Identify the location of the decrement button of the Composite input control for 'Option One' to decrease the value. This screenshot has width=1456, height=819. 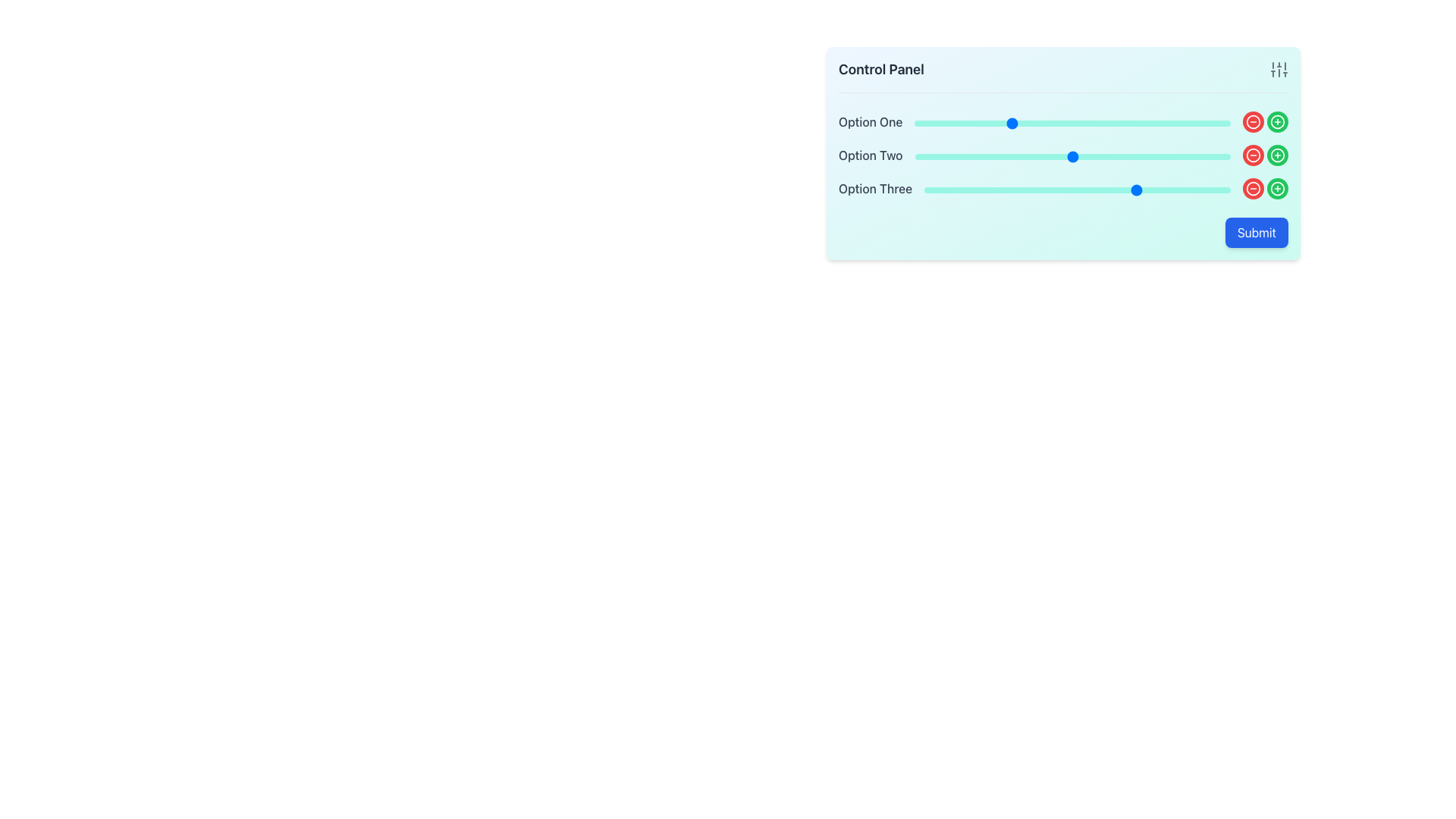
(1062, 121).